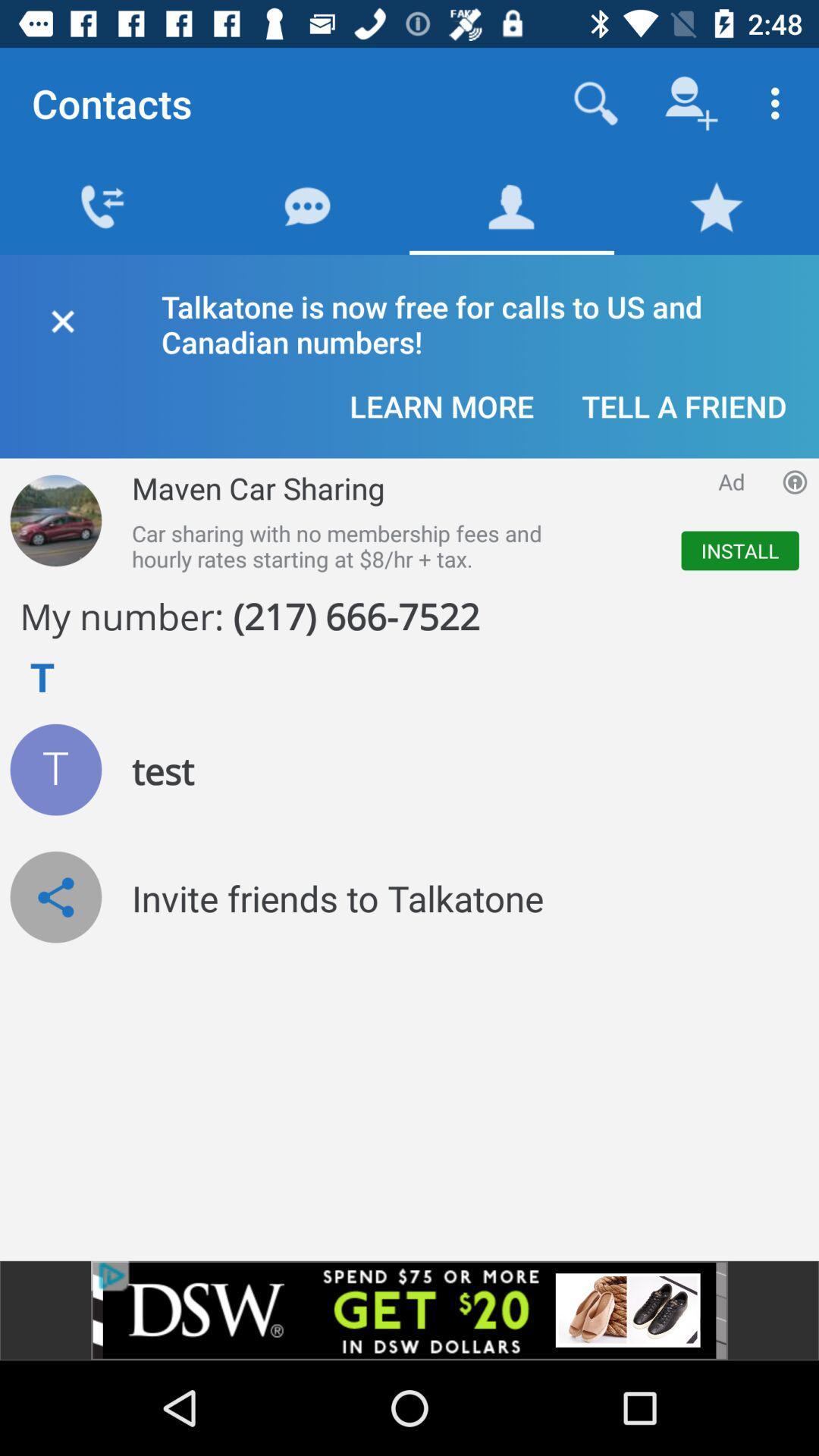 The height and width of the screenshot is (1456, 819). What do you see at coordinates (595, 102) in the screenshot?
I see `search numbers` at bounding box center [595, 102].